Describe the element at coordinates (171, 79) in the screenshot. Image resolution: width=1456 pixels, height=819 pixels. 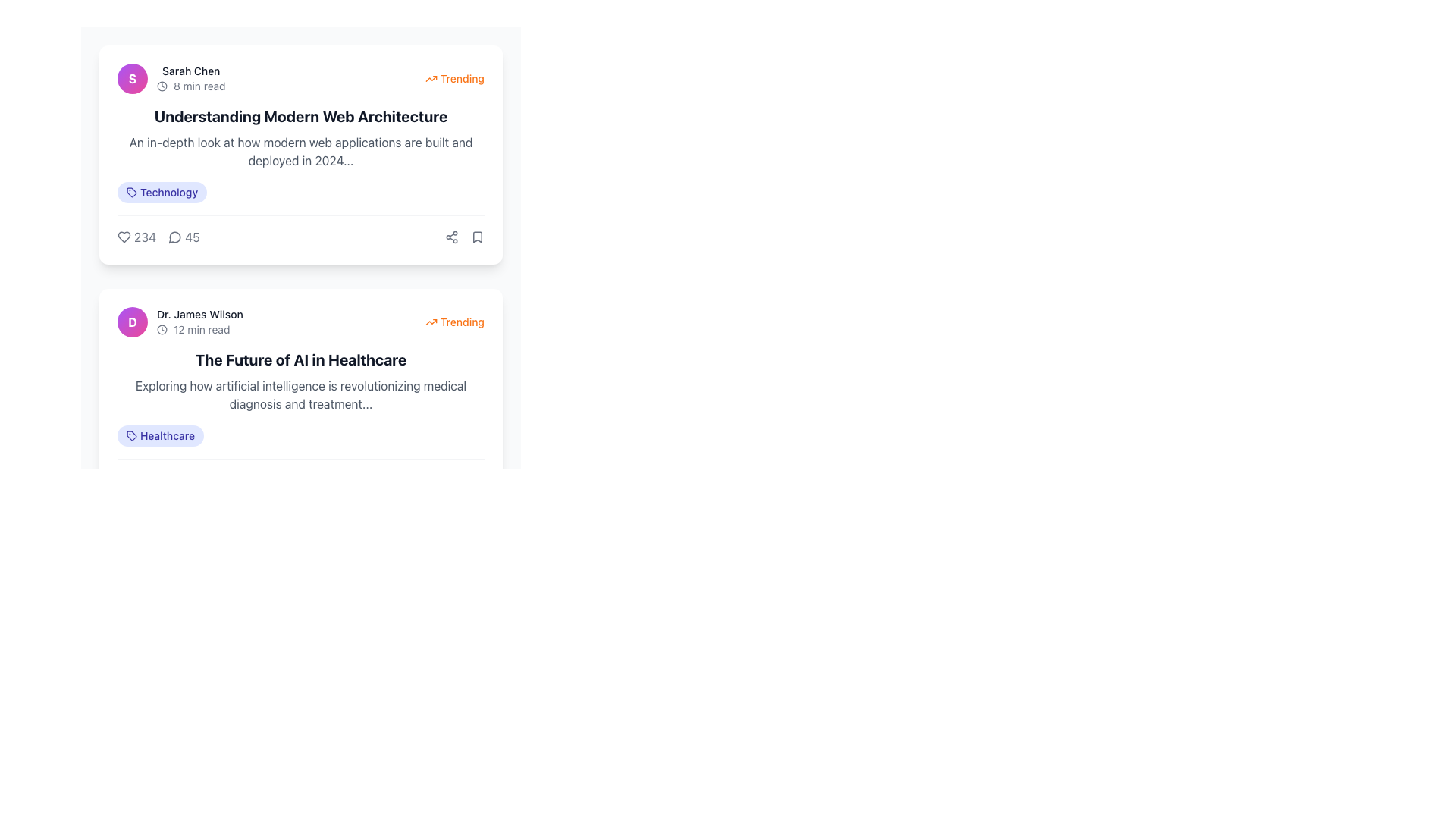
I see `the Profile Summary Component featuring a circular profile picture with a purple gradient background, the name 'Sarah Chen' in bold black text, and the descriptor '8 min read' in gray, located at the top-left corner of a card` at that location.